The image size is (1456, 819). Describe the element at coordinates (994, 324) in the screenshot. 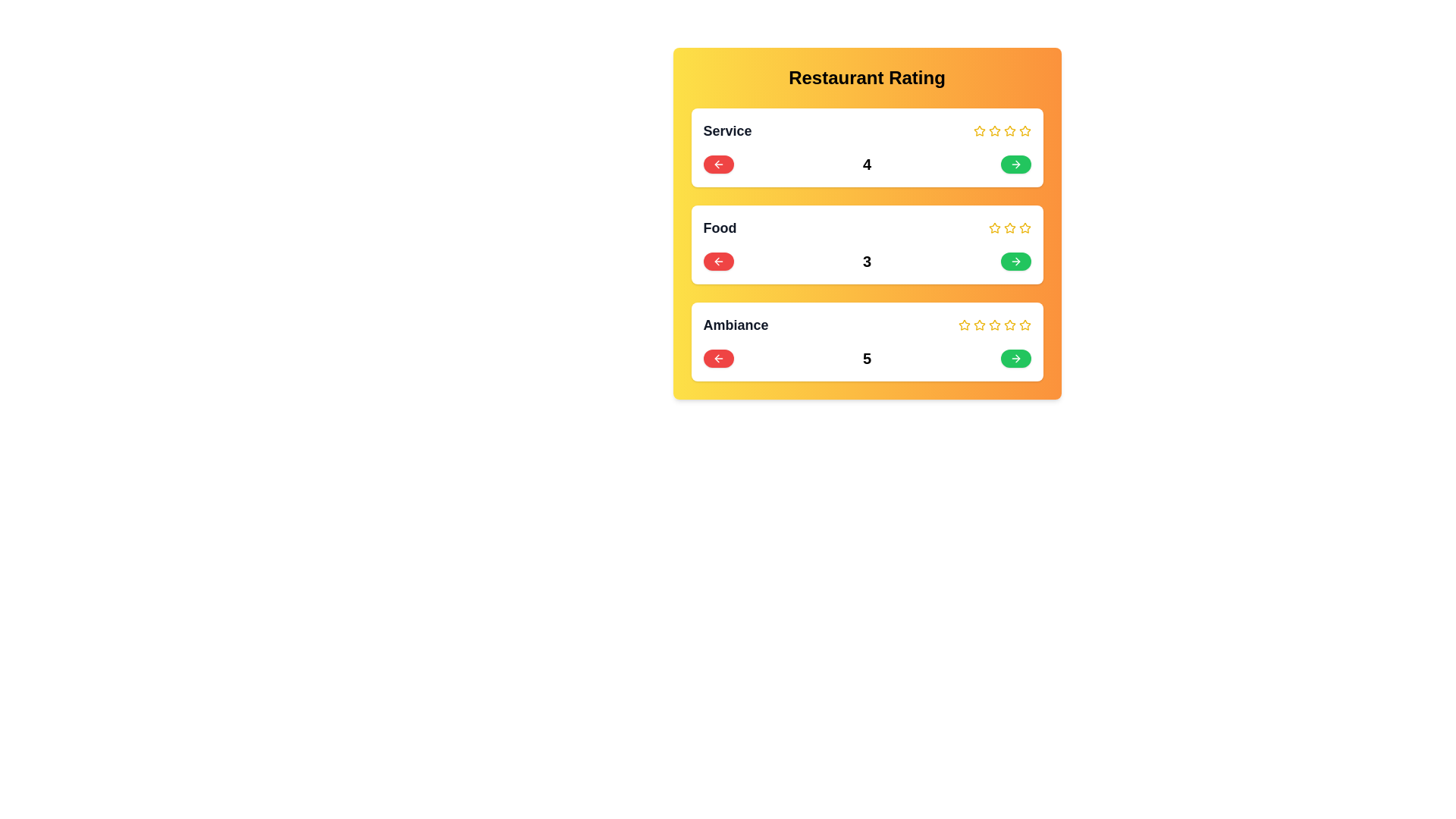

I see `the active third star icon` at that location.